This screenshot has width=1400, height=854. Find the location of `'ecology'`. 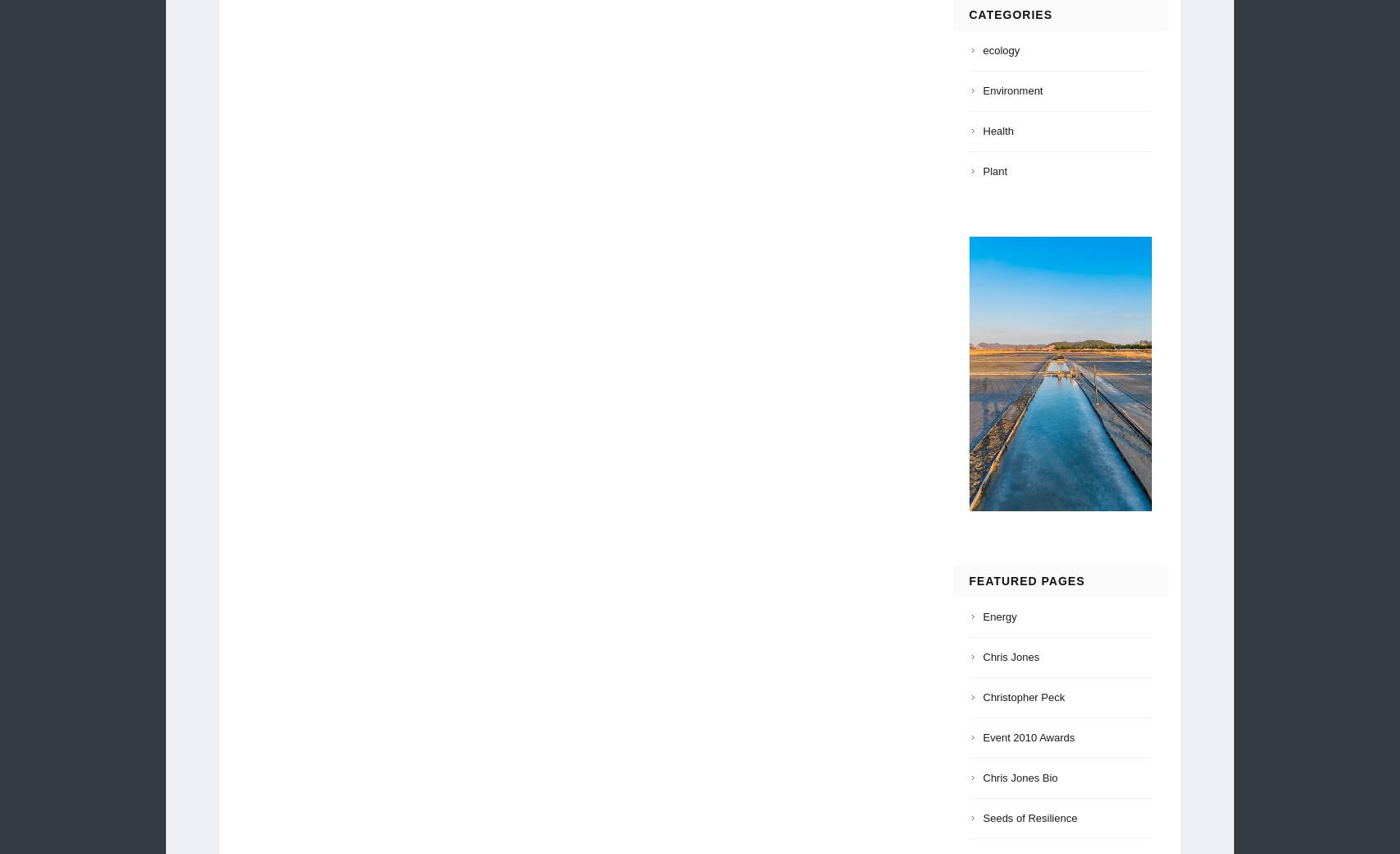

'ecology' is located at coordinates (982, 49).